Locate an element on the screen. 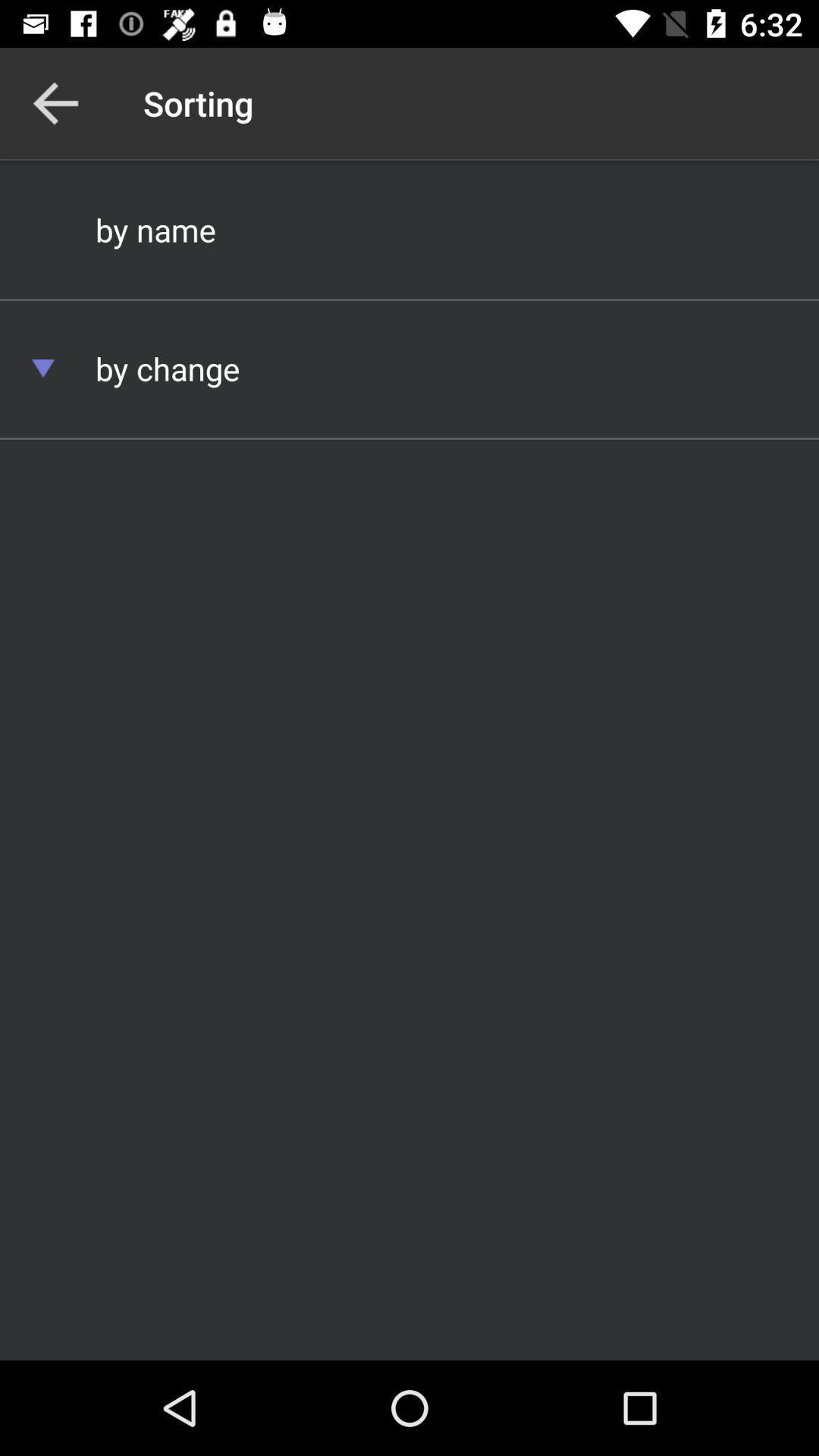  icon above the by change item is located at coordinates (409, 228).